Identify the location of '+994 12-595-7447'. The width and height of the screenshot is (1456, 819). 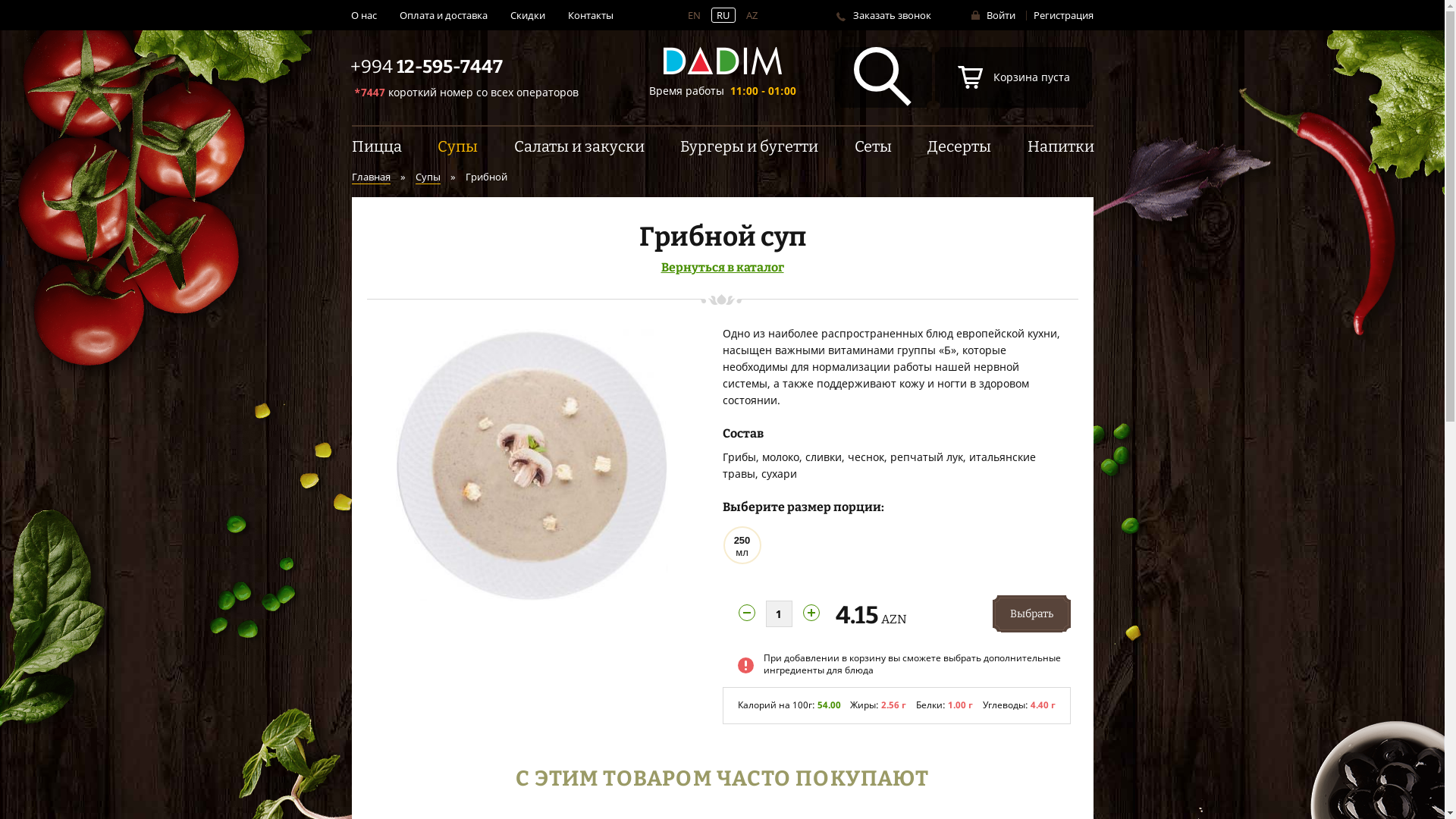
(425, 66).